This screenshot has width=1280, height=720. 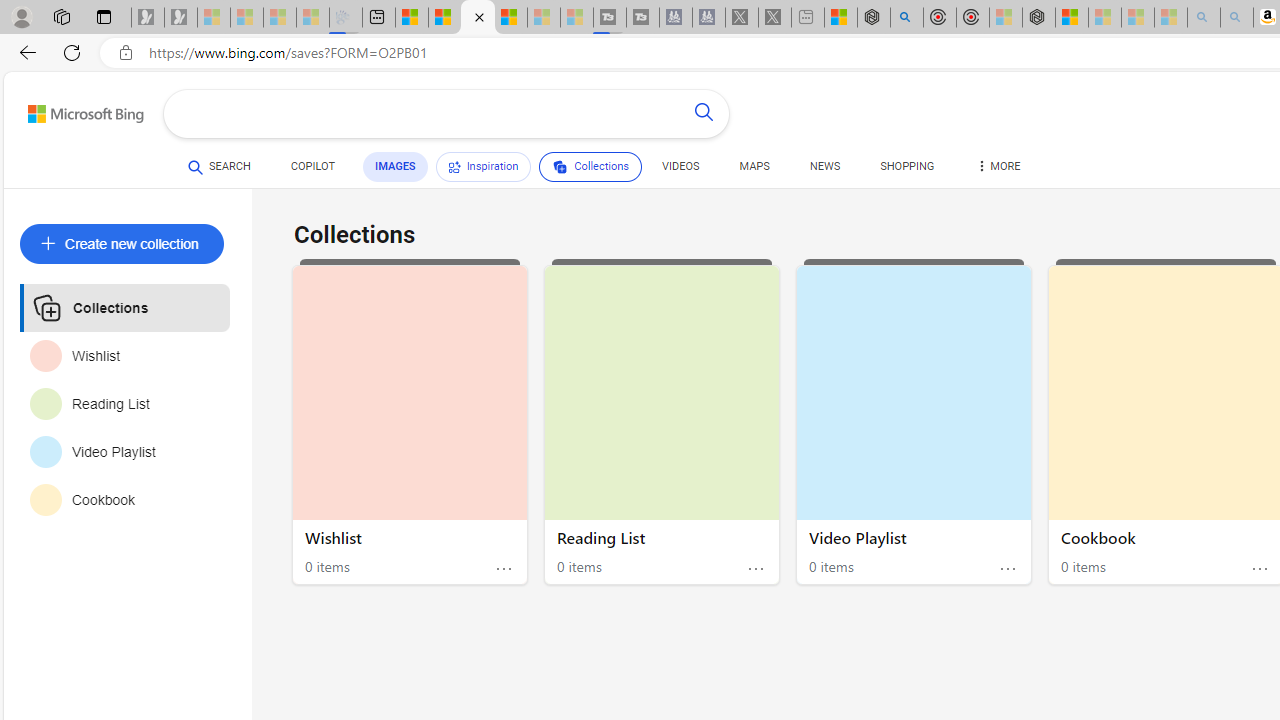 What do you see at coordinates (704, 114) in the screenshot?
I see `'Search button'` at bounding box center [704, 114].